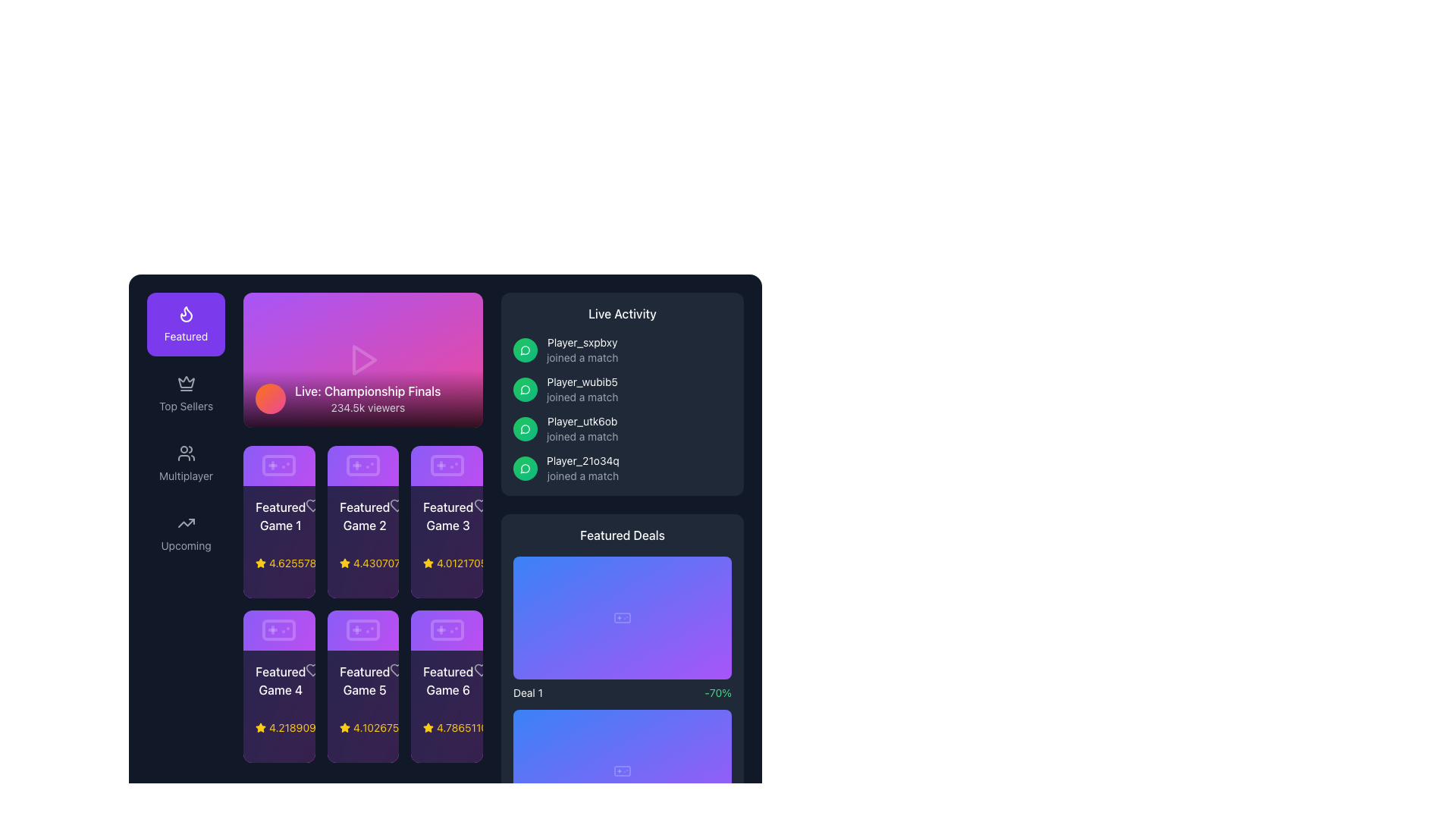  Describe the element at coordinates (622, 350) in the screenshot. I see `the player name in the first list item under 'Live Activity'` at that location.